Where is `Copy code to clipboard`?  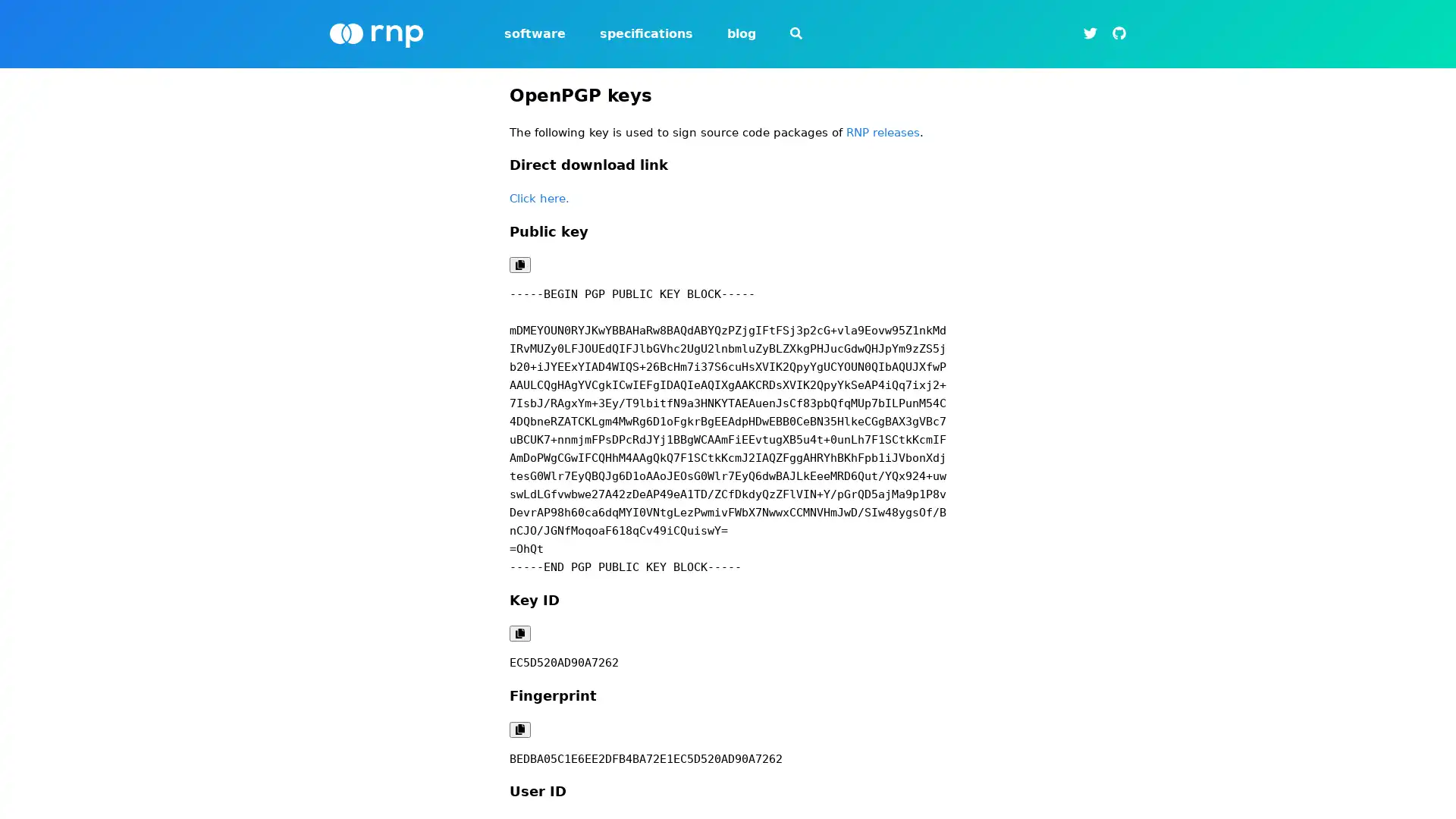 Copy code to clipboard is located at coordinates (519, 728).